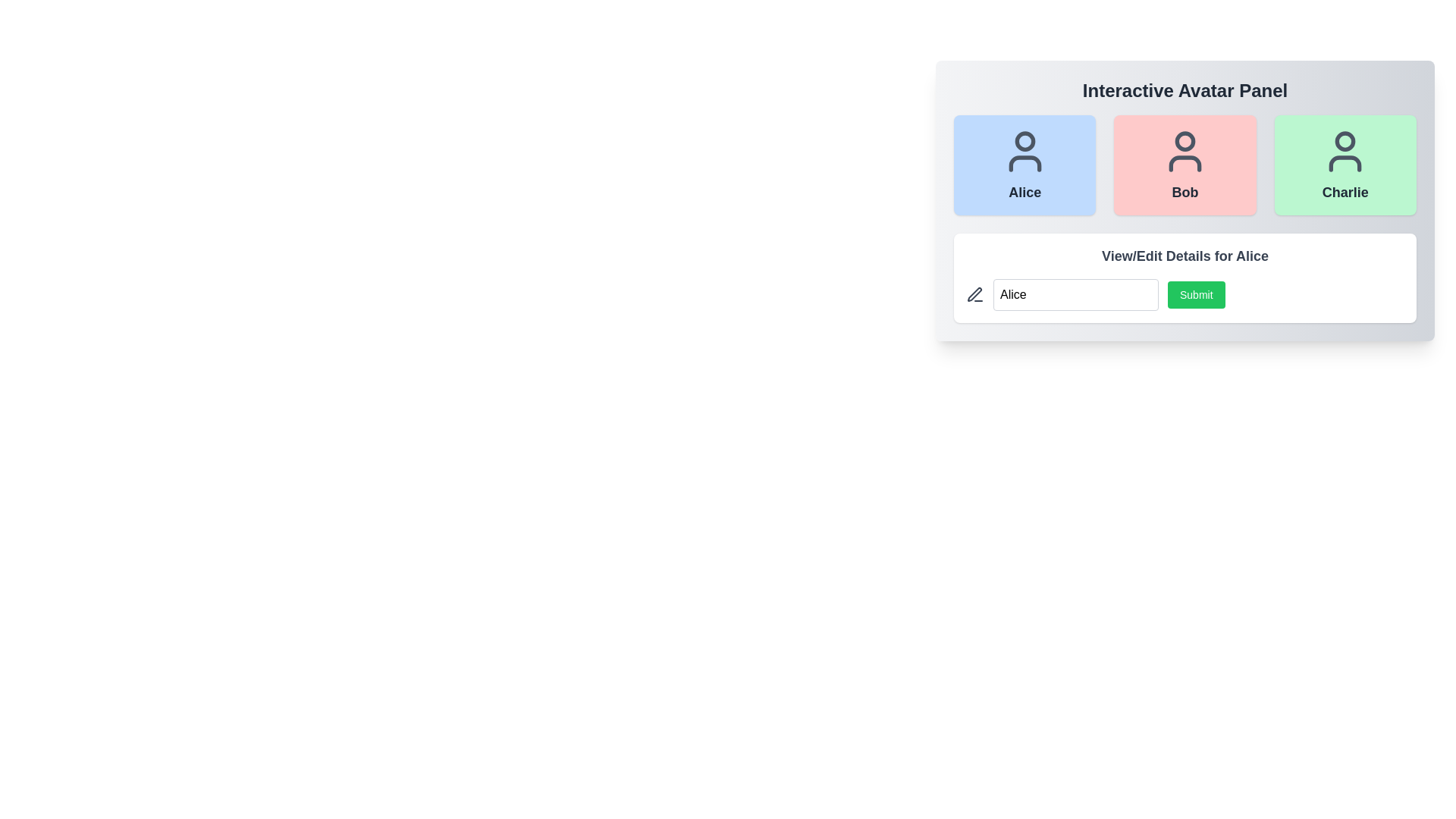 The height and width of the screenshot is (819, 1456). I want to click on the avatar selection panel located centrally beneath the title 'Interactive Avatar Panel' and above the input section, so click(1185, 200).